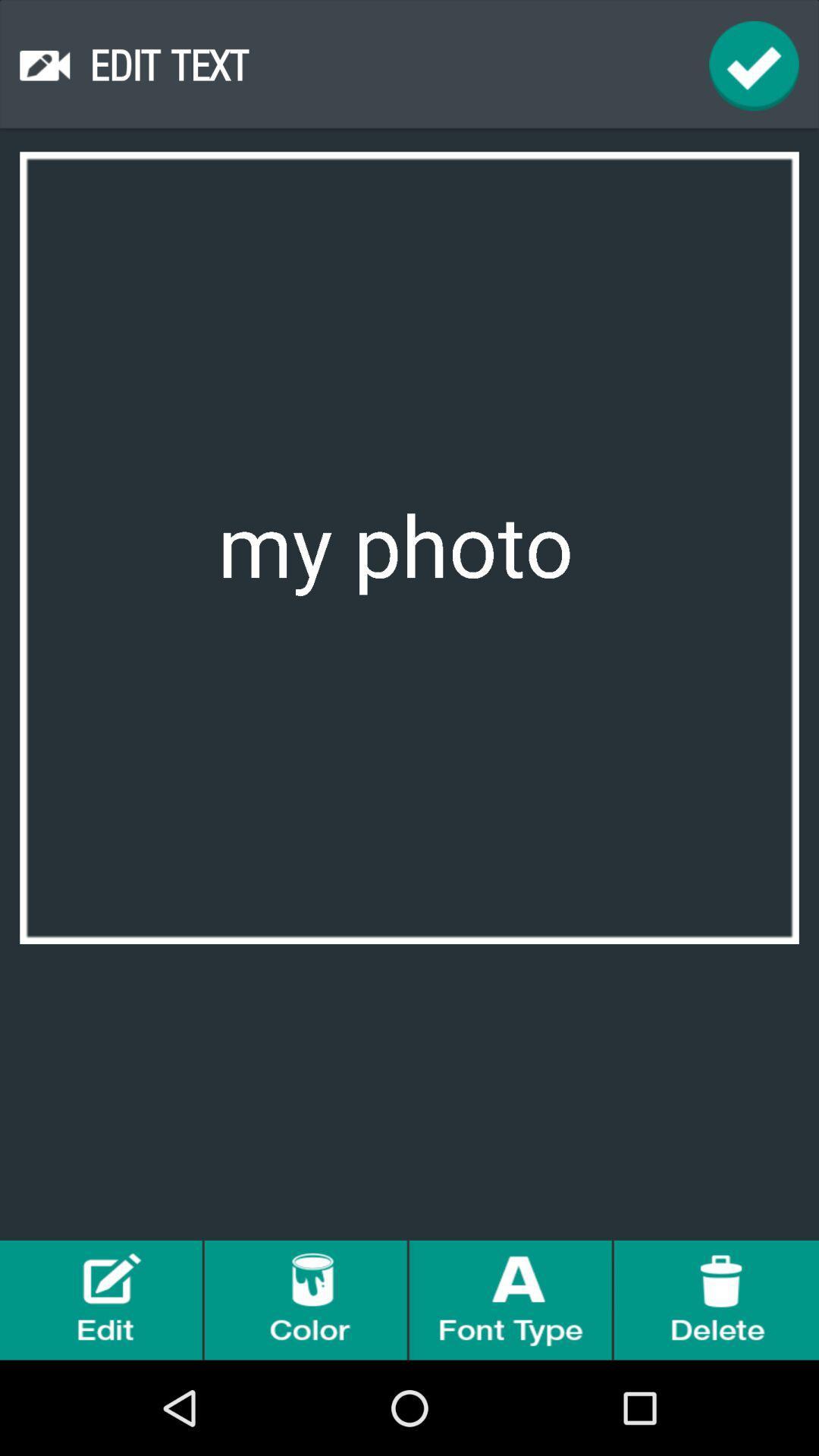 The width and height of the screenshot is (819, 1456). I want to click on this is a edit button, so click(102, 1299).